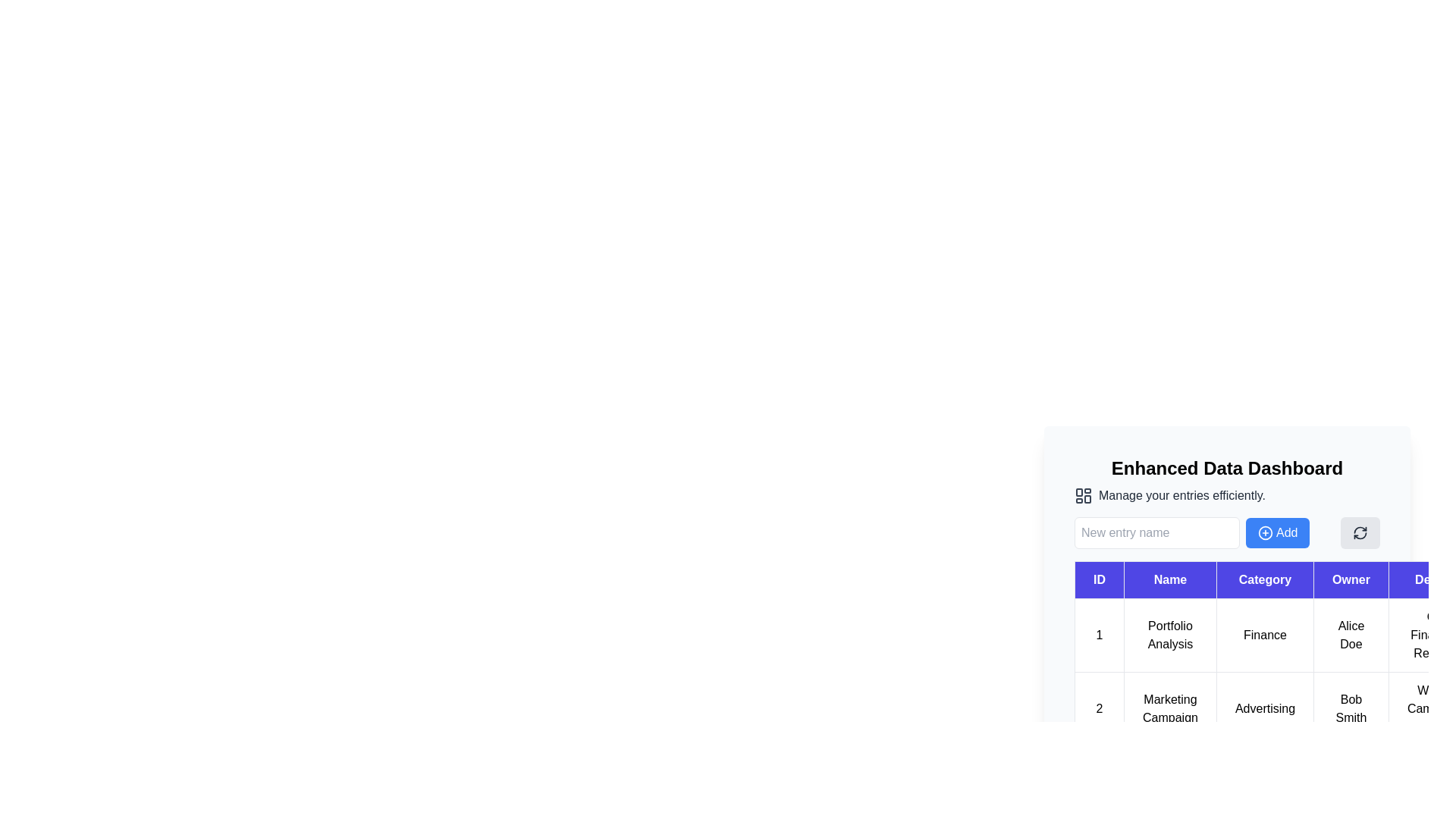  What do you see at coordinates (1099, 635) in the screenshot?
I see `the ID text element located in the first column of the dataset table, which serves as a static reference for row identification` at bounding box center [1099, 635].